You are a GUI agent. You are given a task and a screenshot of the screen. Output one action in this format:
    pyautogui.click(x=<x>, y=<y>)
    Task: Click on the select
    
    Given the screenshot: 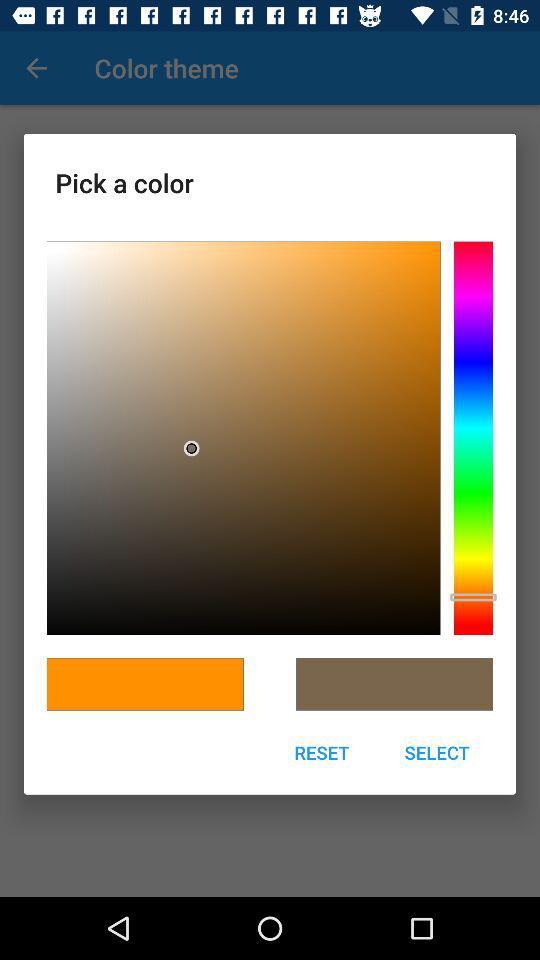 What is the action you would take?
    pyautogui.click(x=436, y=751)
    